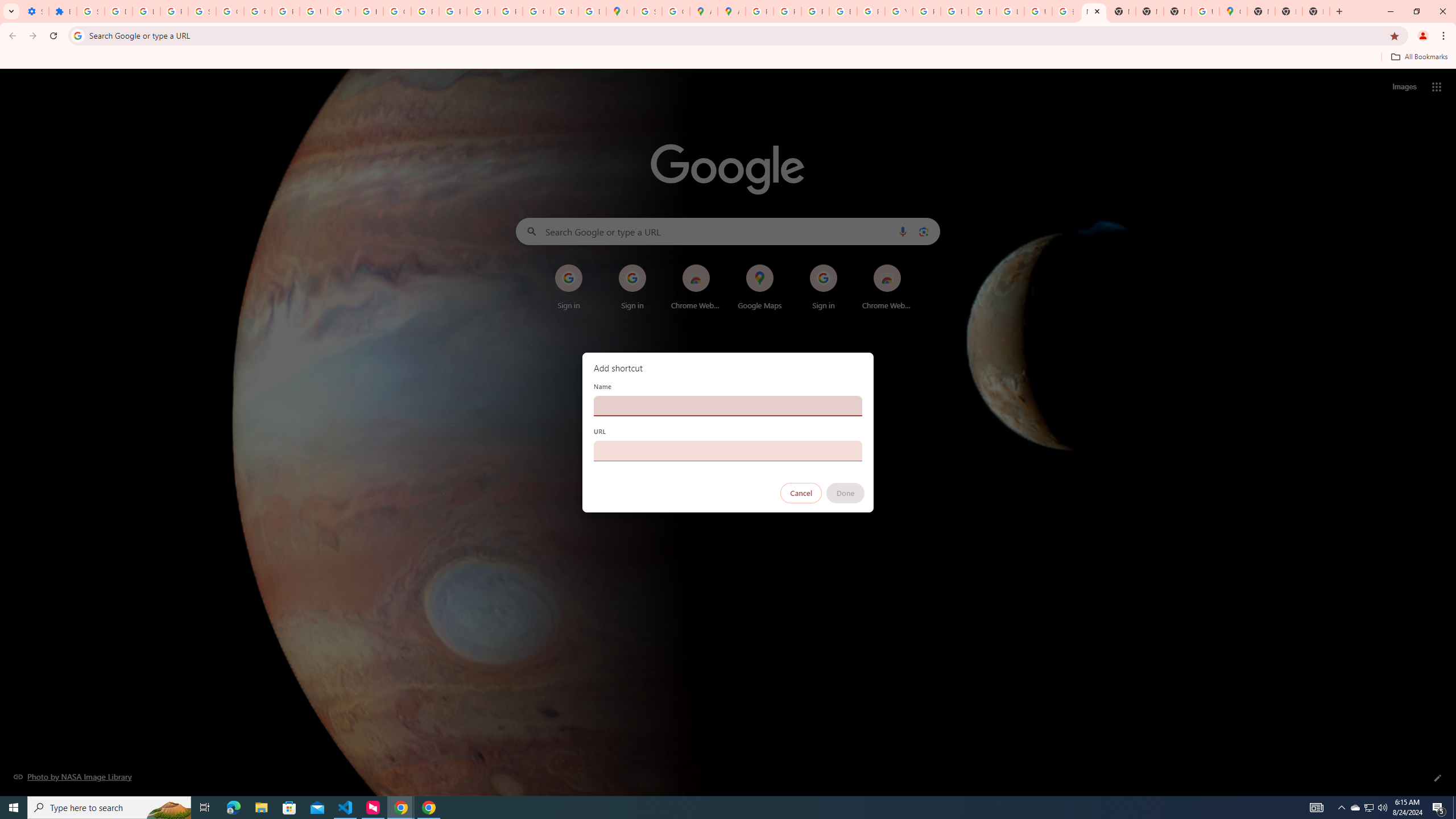 Image resolution: width=1456 pixels, height=819 pixels. I want to click on 'Policy Accountability and Transparency - Transparency Center', so click(760, 11).